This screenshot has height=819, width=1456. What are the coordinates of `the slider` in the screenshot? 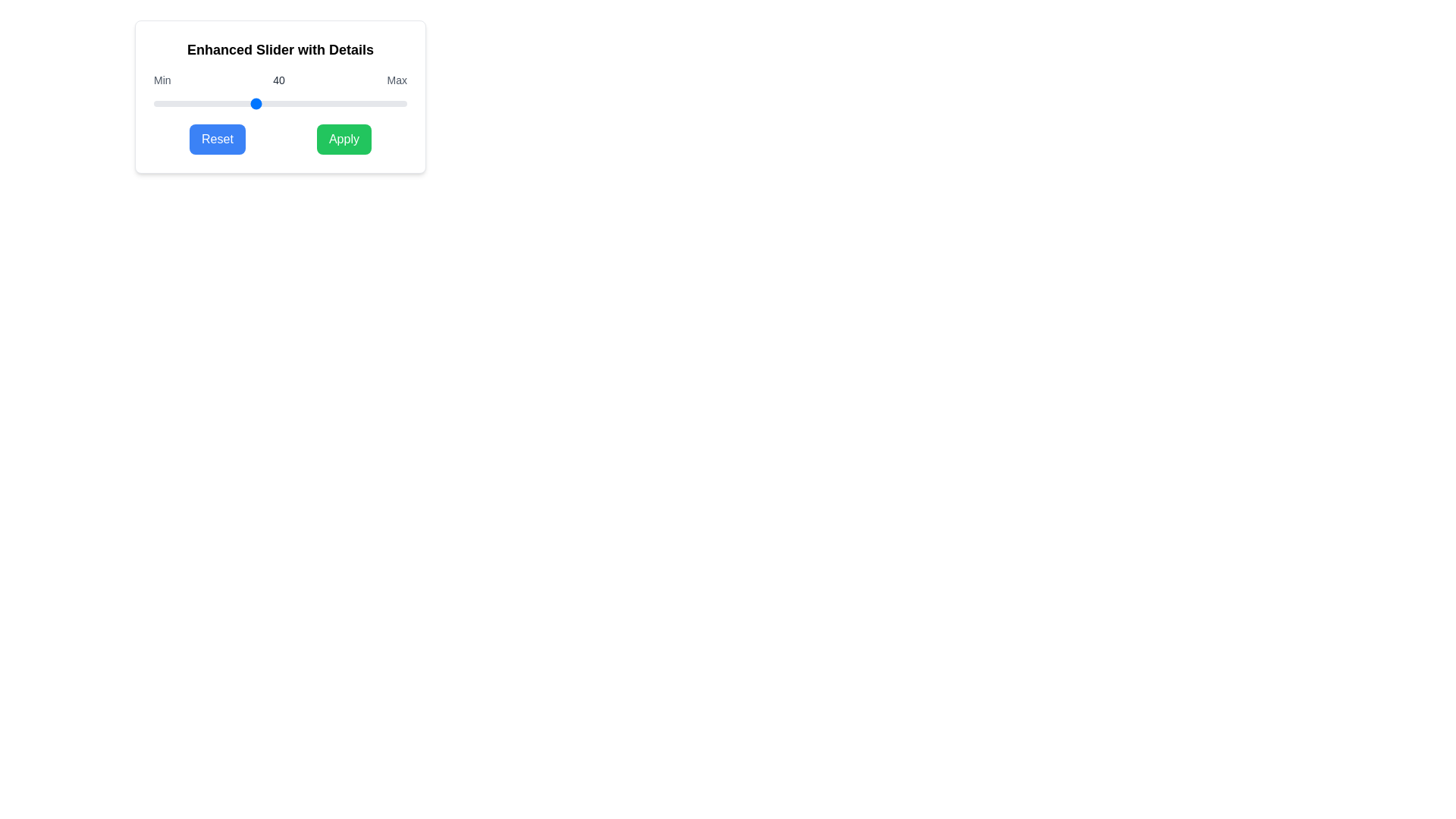 It's located at (343, 103).